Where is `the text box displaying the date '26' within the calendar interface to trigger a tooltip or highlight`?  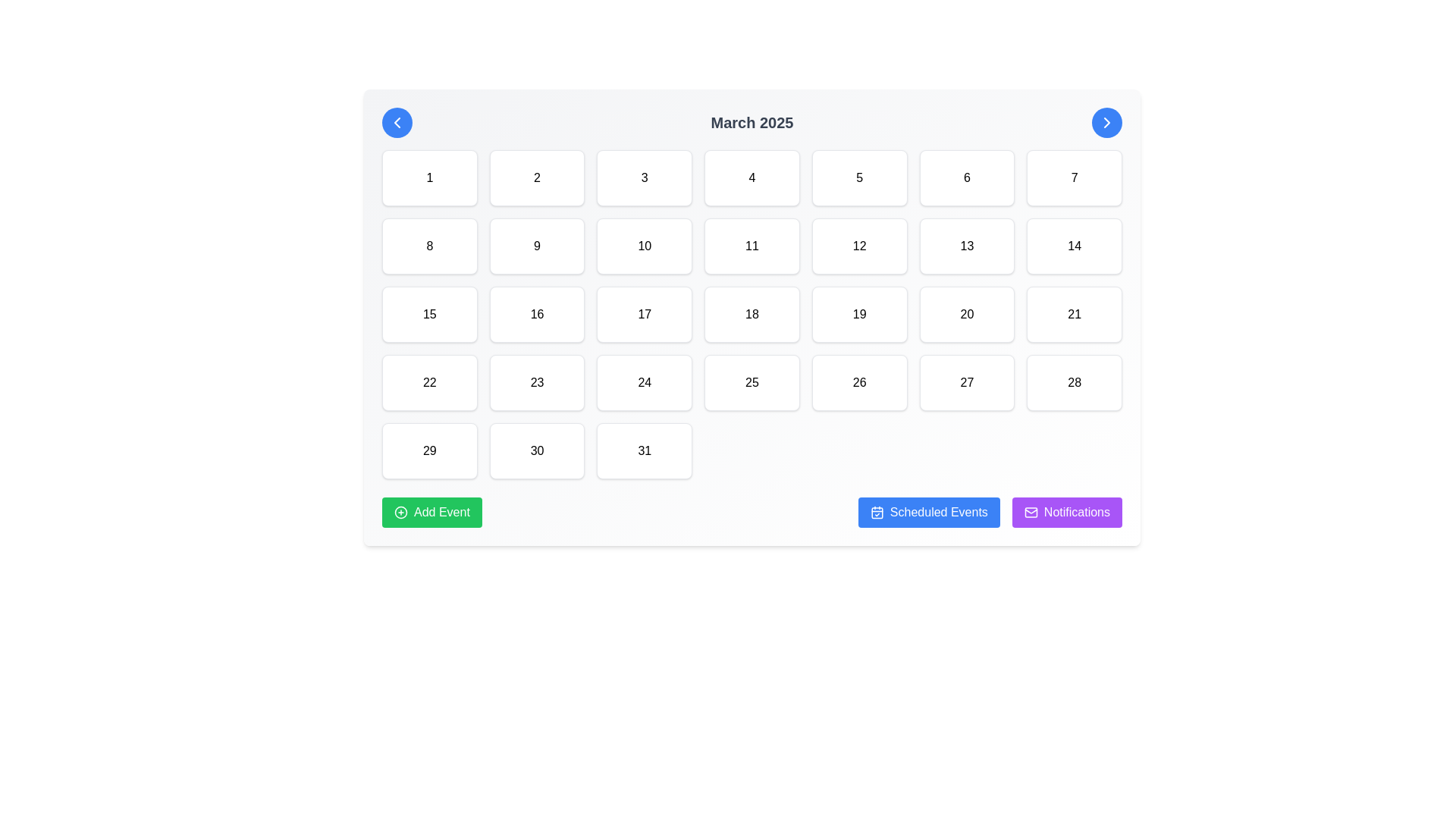 the text box displaying the date '26' within the calendar interface to trigger a tooltip or highlight is located at coordinates (859, 382).